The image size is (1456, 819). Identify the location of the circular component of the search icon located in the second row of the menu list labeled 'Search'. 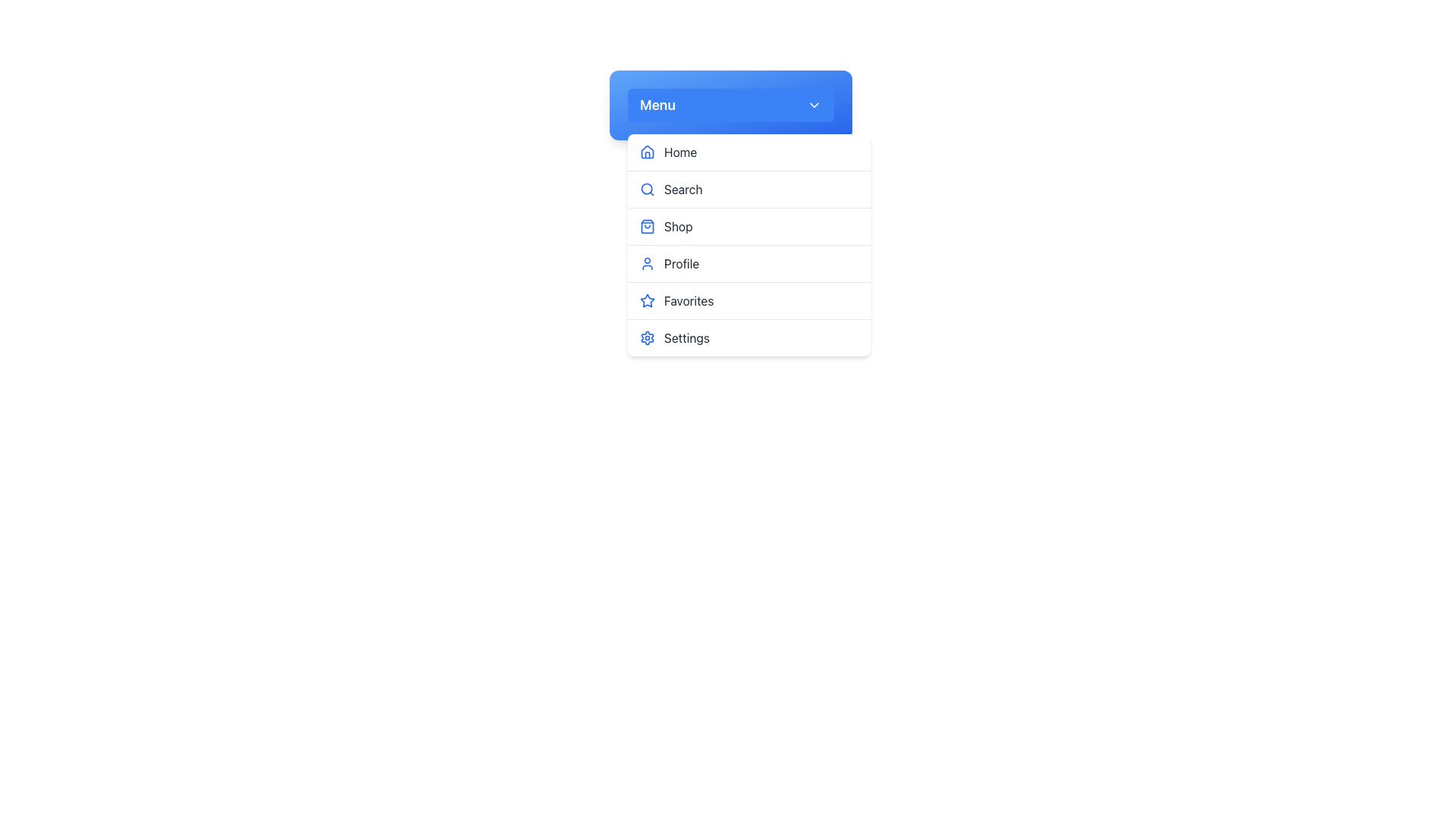
(647, 188).